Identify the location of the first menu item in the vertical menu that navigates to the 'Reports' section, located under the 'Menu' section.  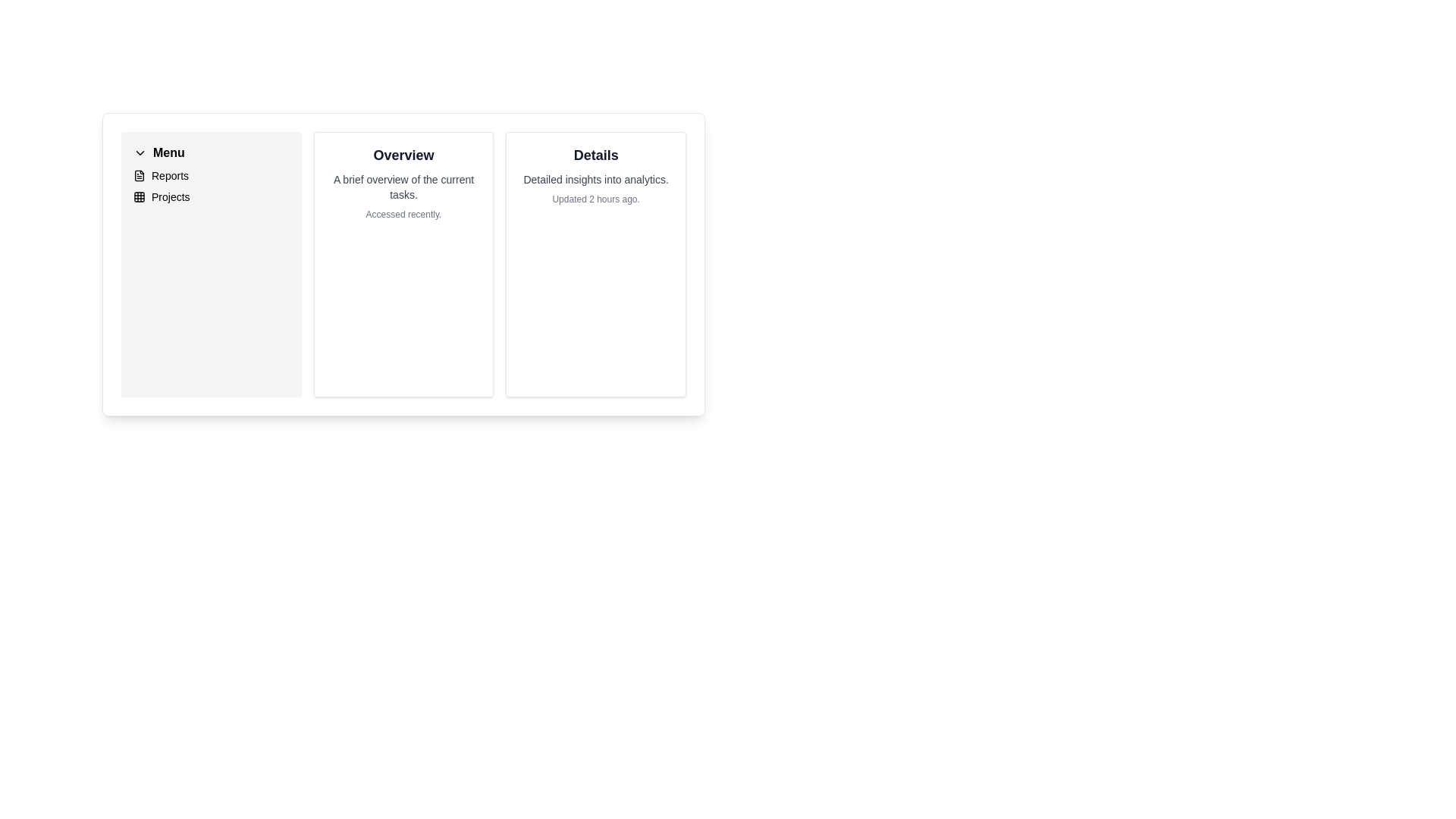
(210, 174).